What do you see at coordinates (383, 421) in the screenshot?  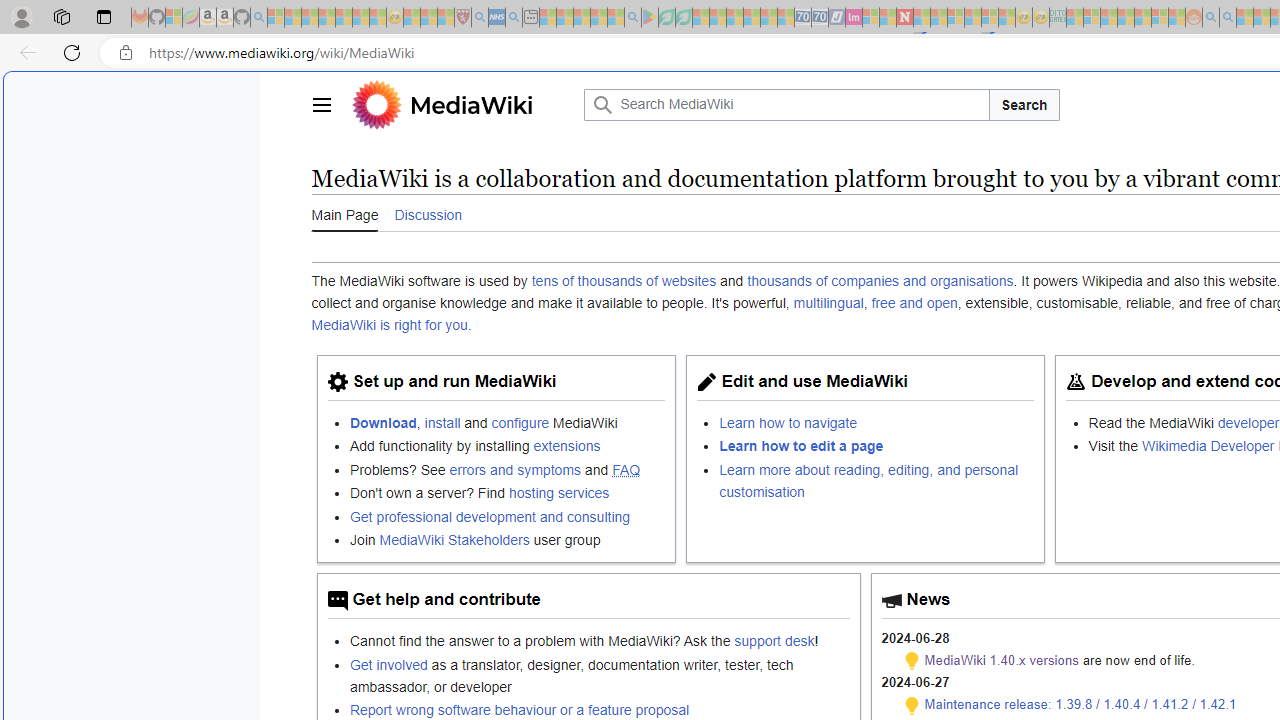 I see `'Download'` at bounding box center [383, 421].